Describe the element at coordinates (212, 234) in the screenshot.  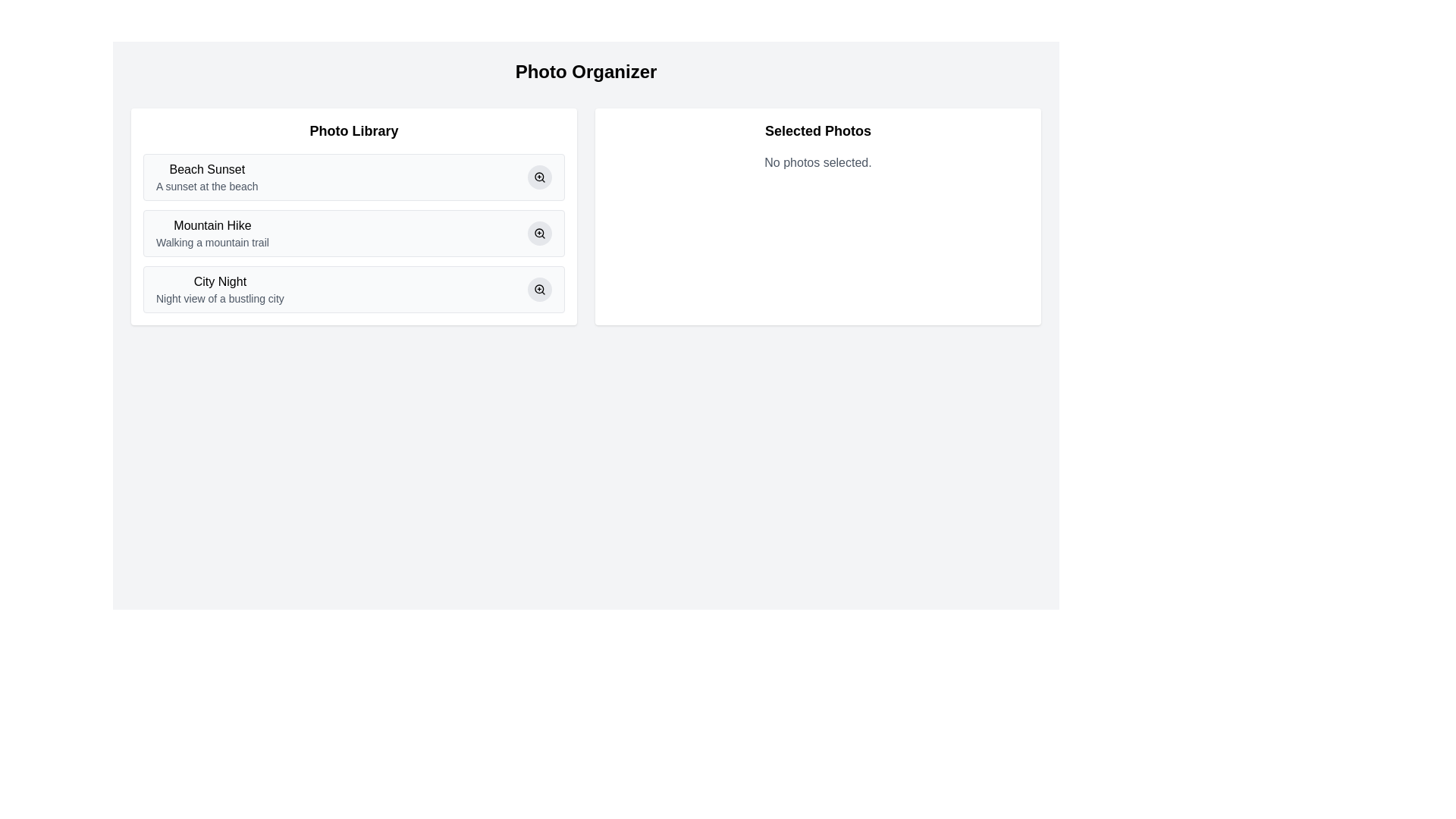
I see `on the text element titled 'Mountain Hike' located in the left-hand panel 'Photo Library'` at that location.